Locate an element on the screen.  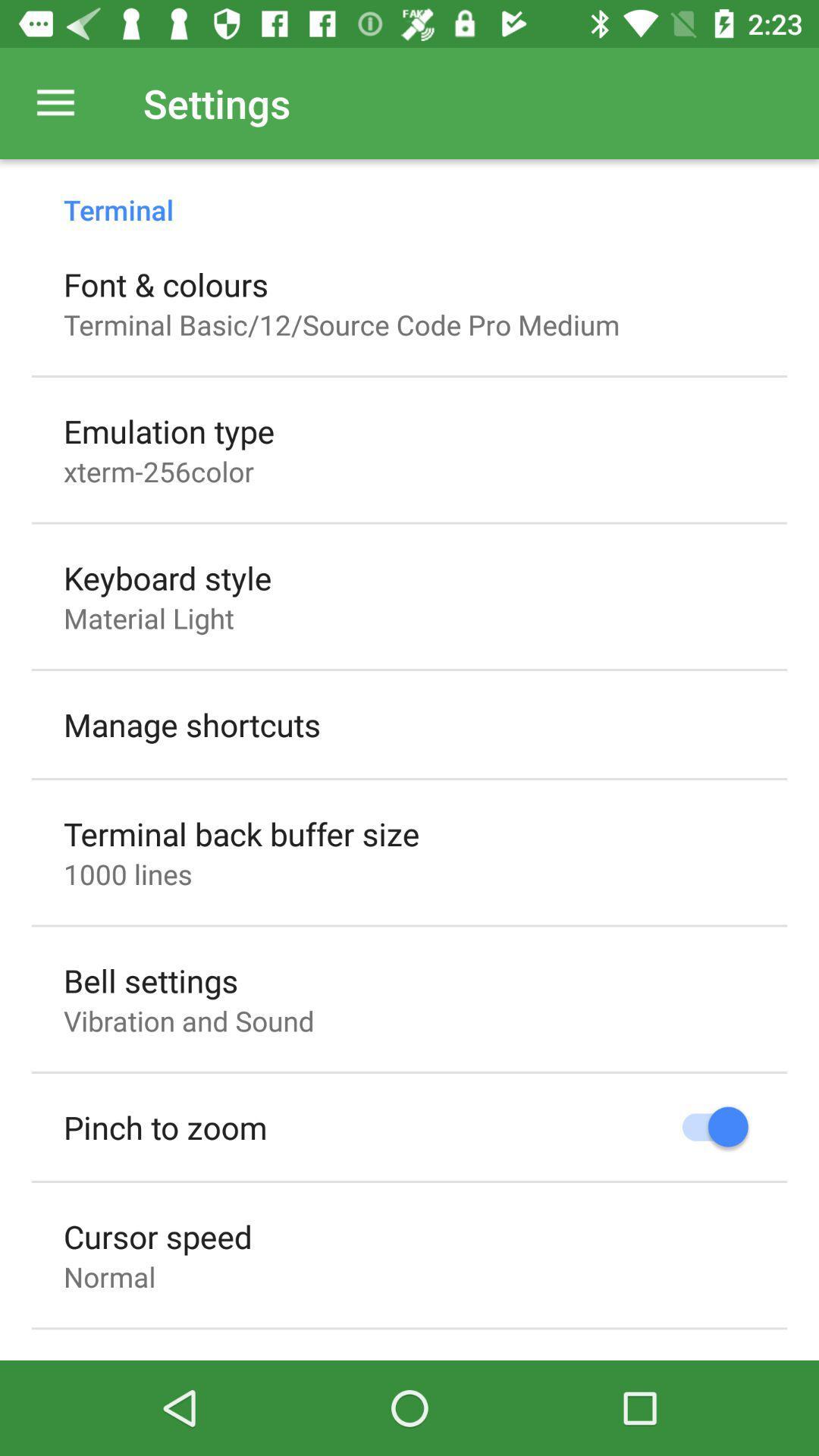
item below the terminal back buffer icon is located at coordinates (127, 874).